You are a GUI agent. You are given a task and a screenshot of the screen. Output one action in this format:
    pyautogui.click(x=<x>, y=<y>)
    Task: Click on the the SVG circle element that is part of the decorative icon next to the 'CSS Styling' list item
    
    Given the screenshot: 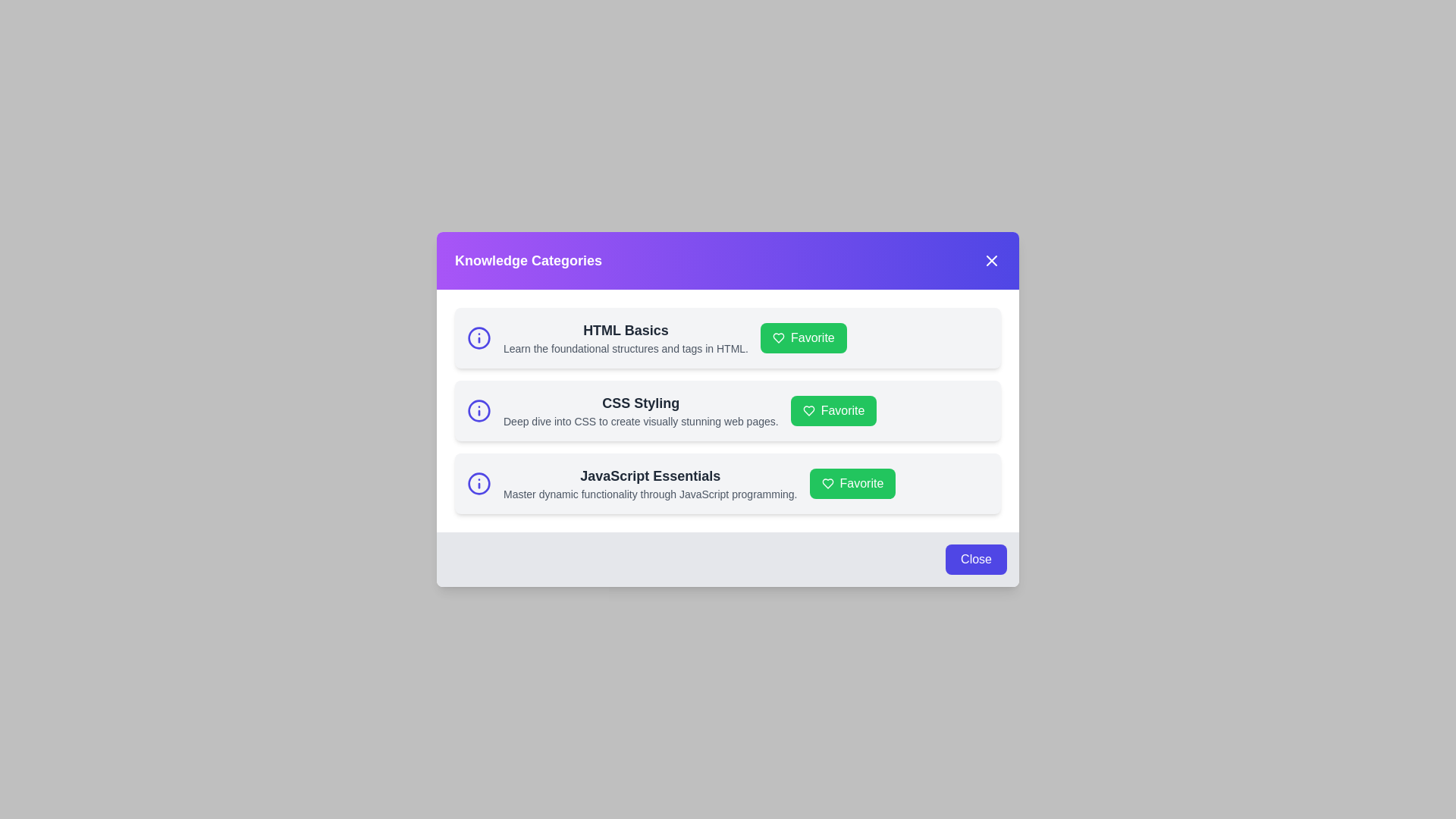 What is the action you would take?
    pyautogui.click(x=479, y=411)
    